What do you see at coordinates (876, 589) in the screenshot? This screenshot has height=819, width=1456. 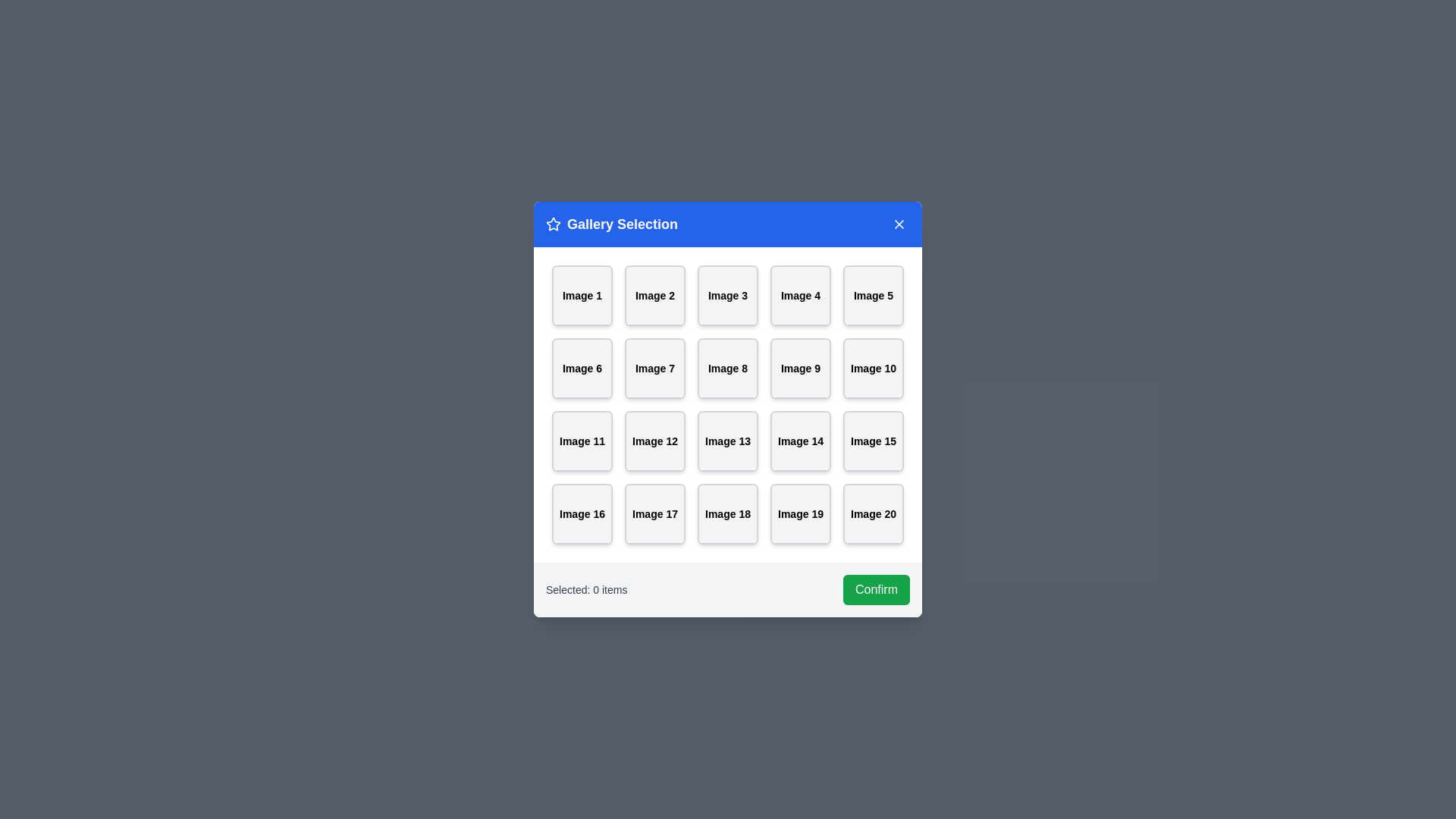 I see `the 'Confirm' button to confirm the selected items` at bounding box center [876, 589].